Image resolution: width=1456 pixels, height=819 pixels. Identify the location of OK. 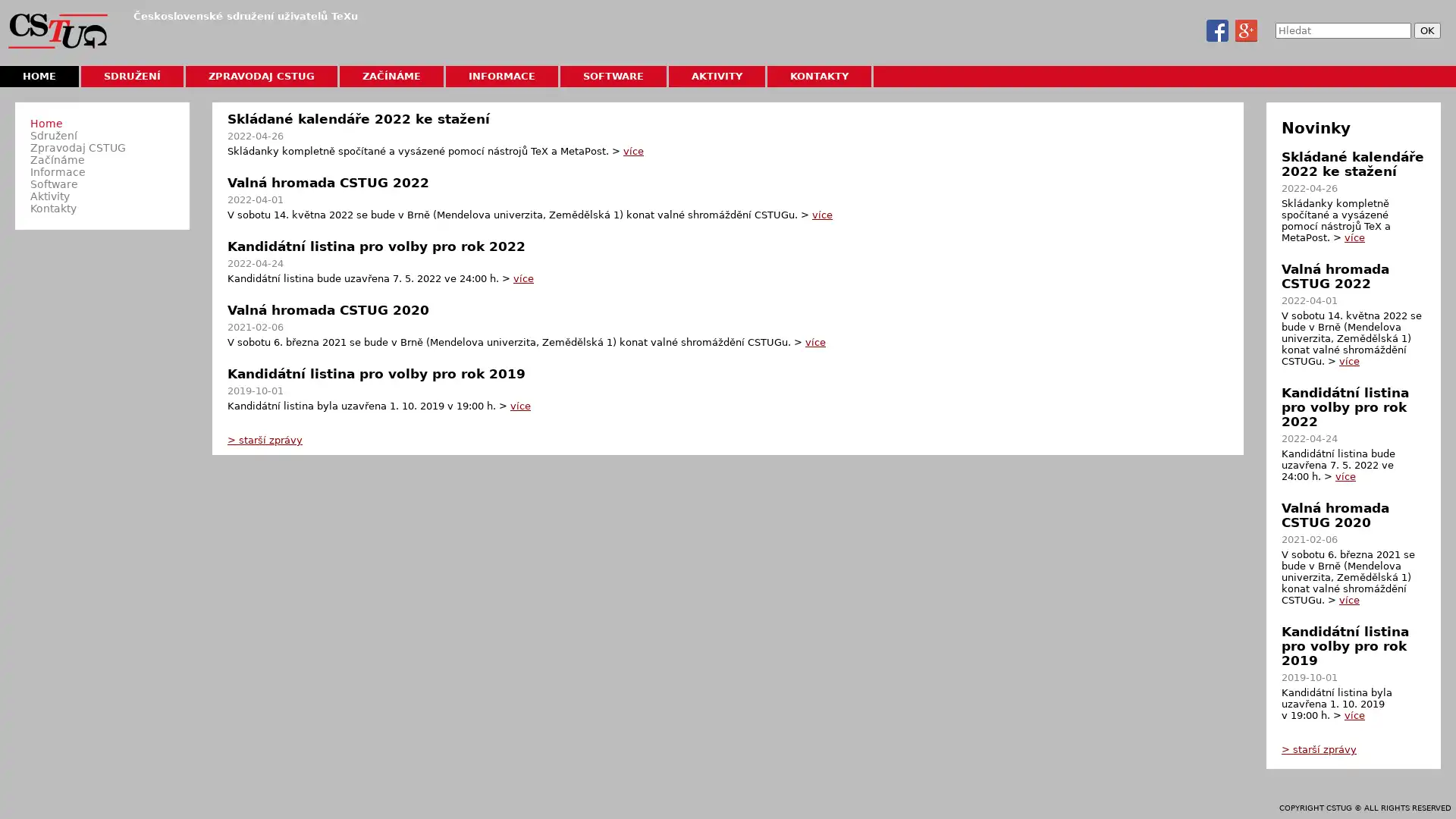
(1426, 30).